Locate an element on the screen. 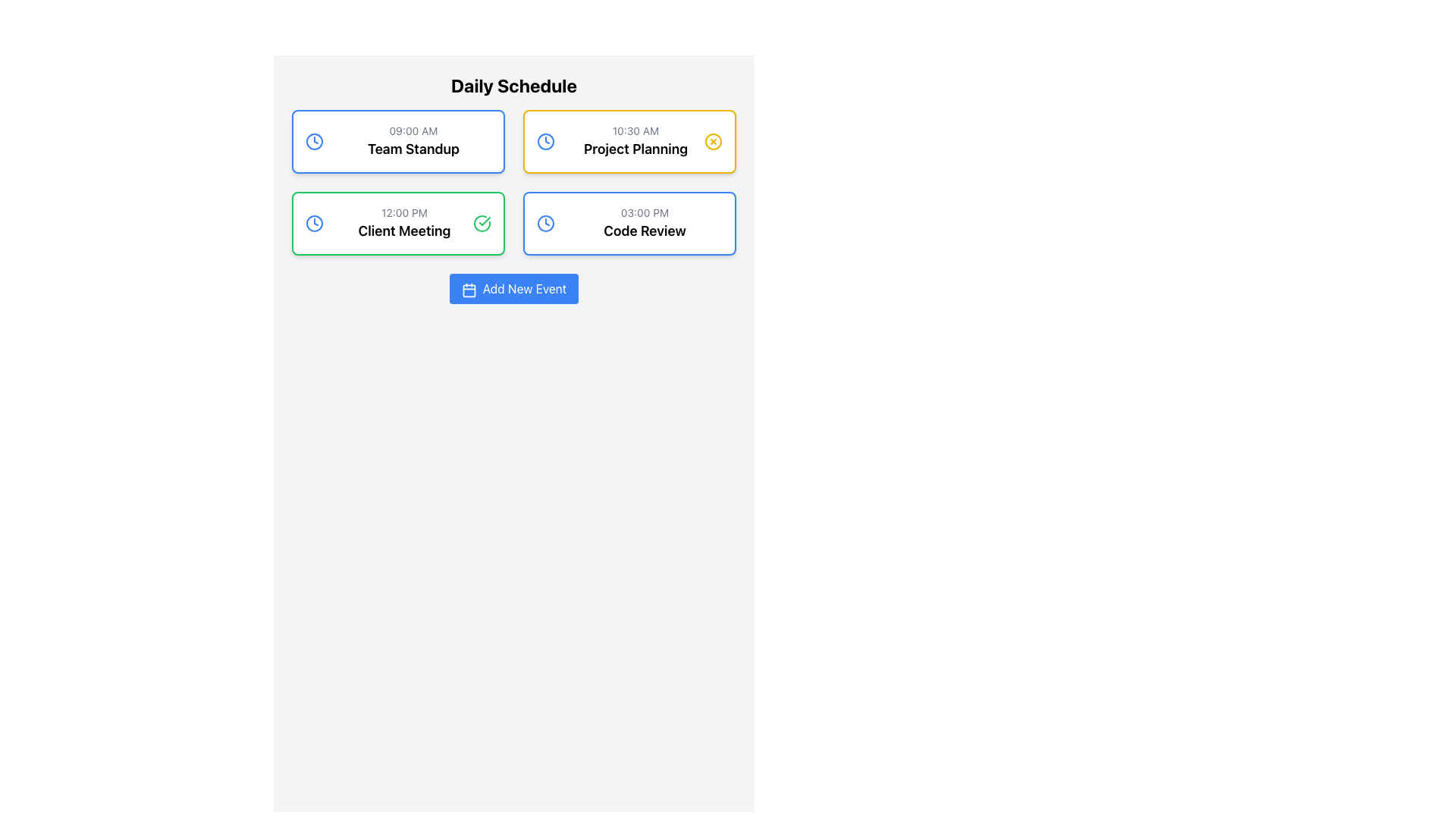 Image resolution: width=1456 pixels, height=819 pixels. the discard button located at the top-right corner of the 'Project Planning' block is located at coordinates (712, 141).